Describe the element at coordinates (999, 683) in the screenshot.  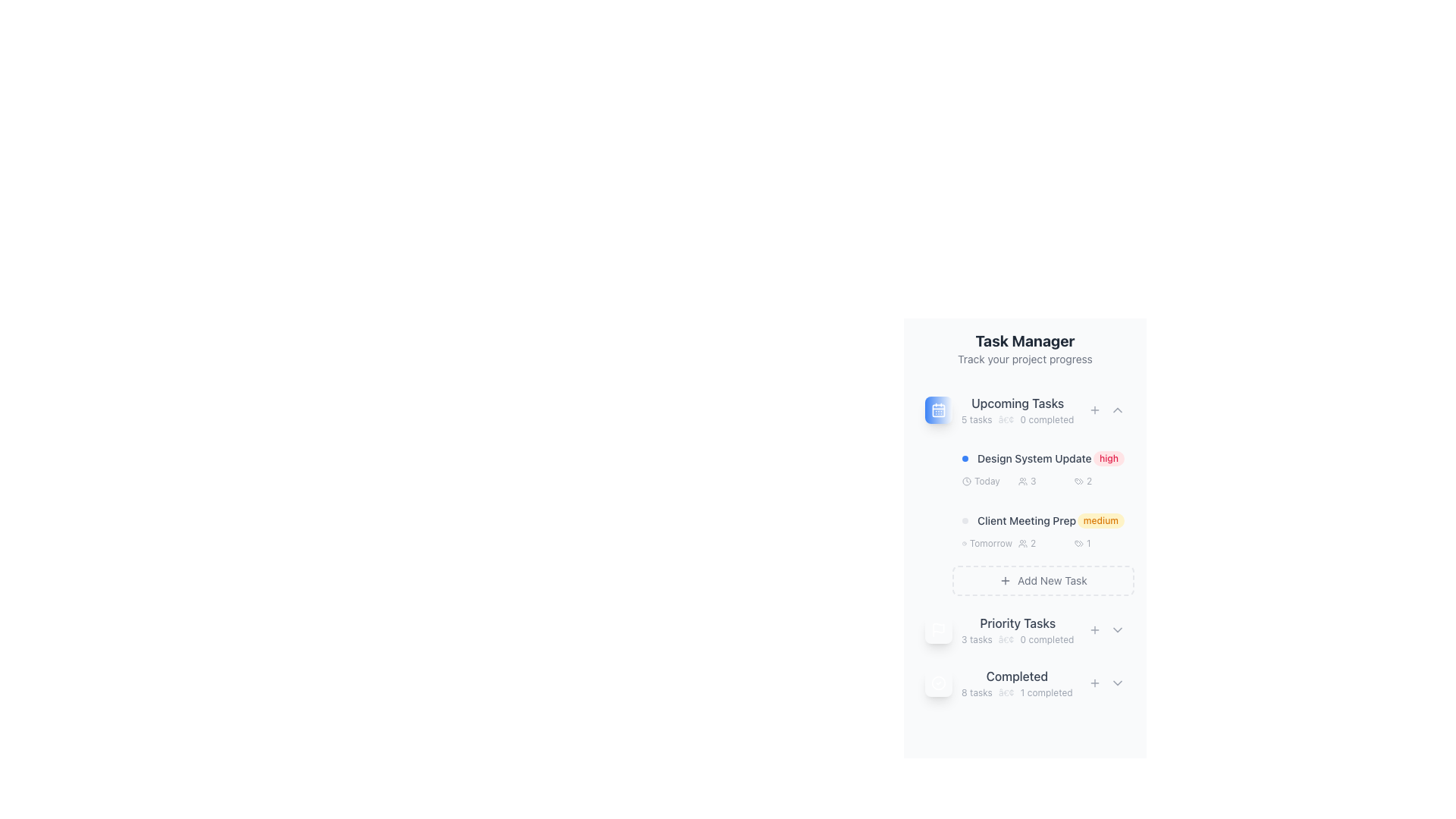
I see `the checkmark icon in the 'Completed' section header of the Task Manager interface to mark the tasks as reviewed` at that location.